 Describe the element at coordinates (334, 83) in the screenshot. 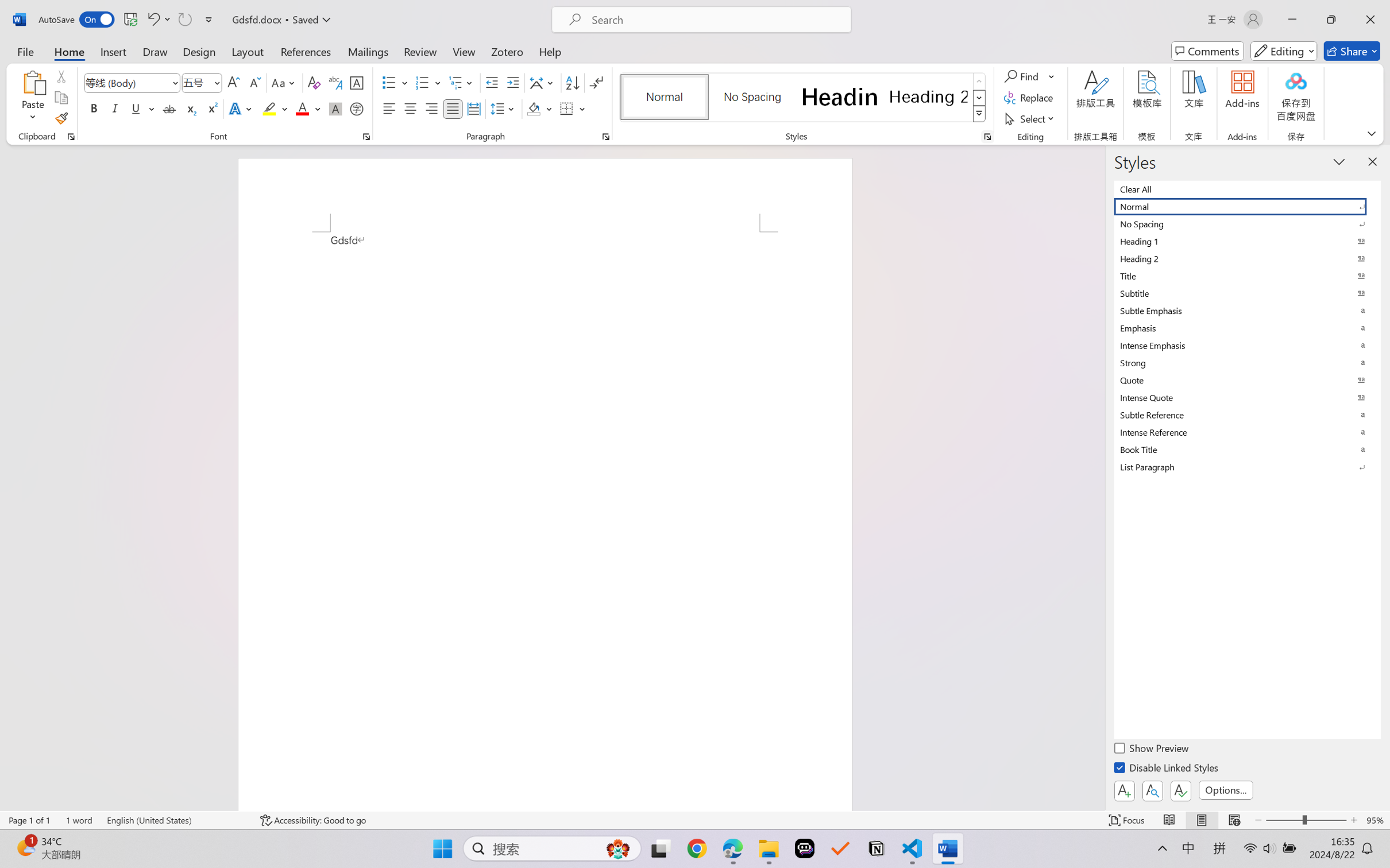

I see `'Phonetic Guide...'` at that location.